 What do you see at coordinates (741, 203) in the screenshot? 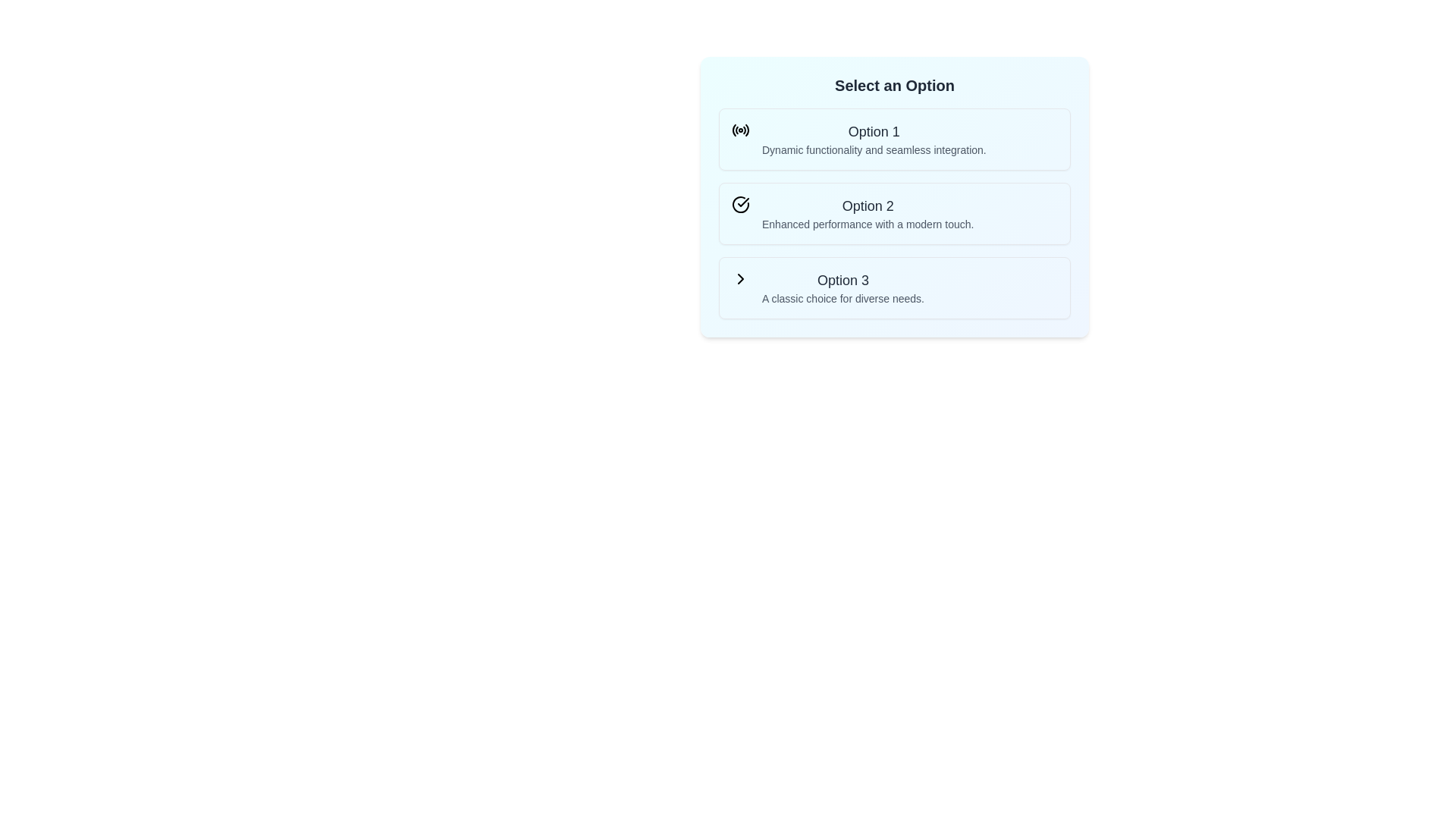
I see `the graphical icon associated with 'Option 2' to inspect its functionality` at bounding box center [741, 203].